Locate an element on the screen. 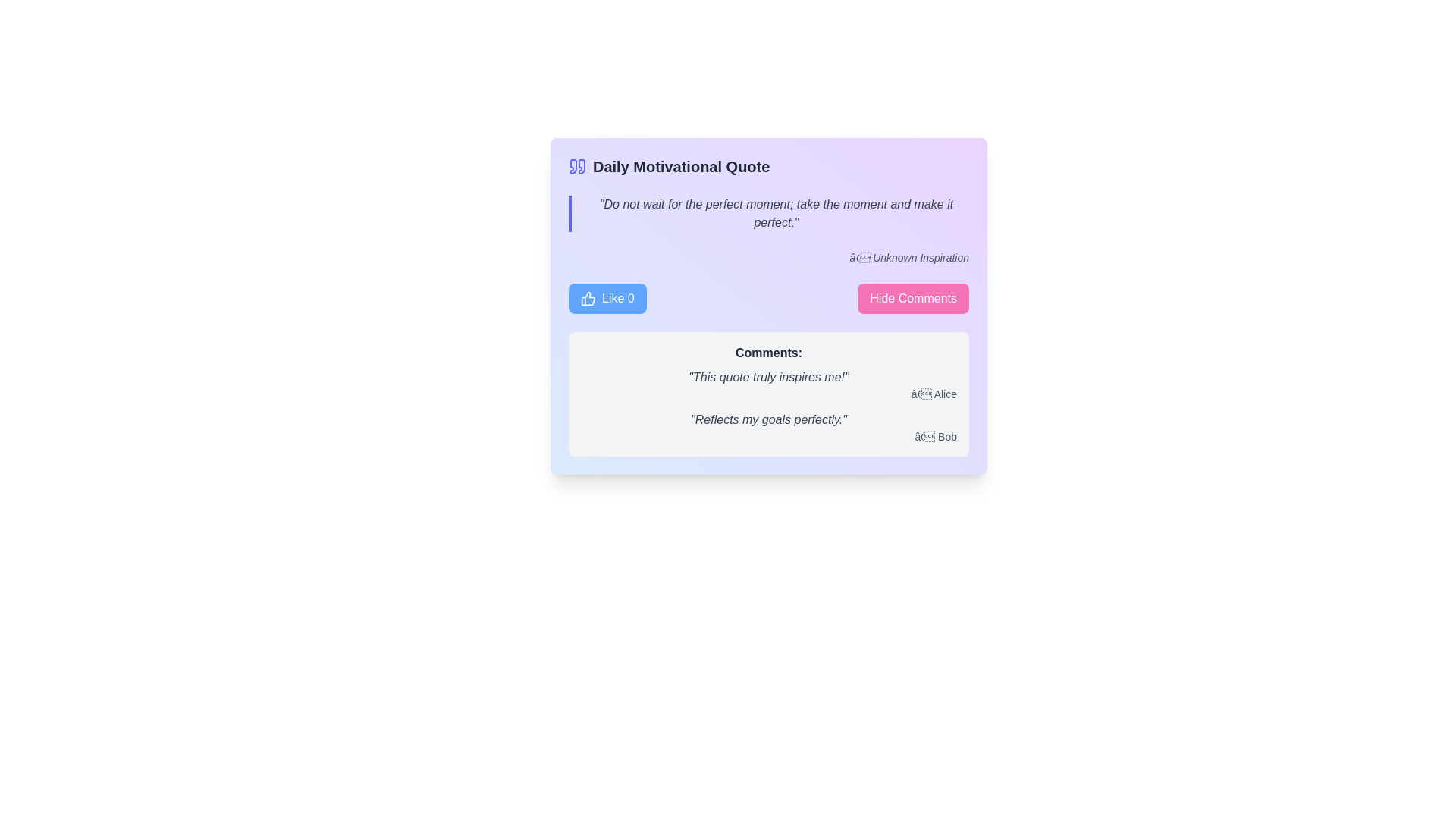  italicized text string containing the quote 'This quote truly inspires me!' located in the comments section, directly above the author 'Alice' is located at coordinates (768, 376).